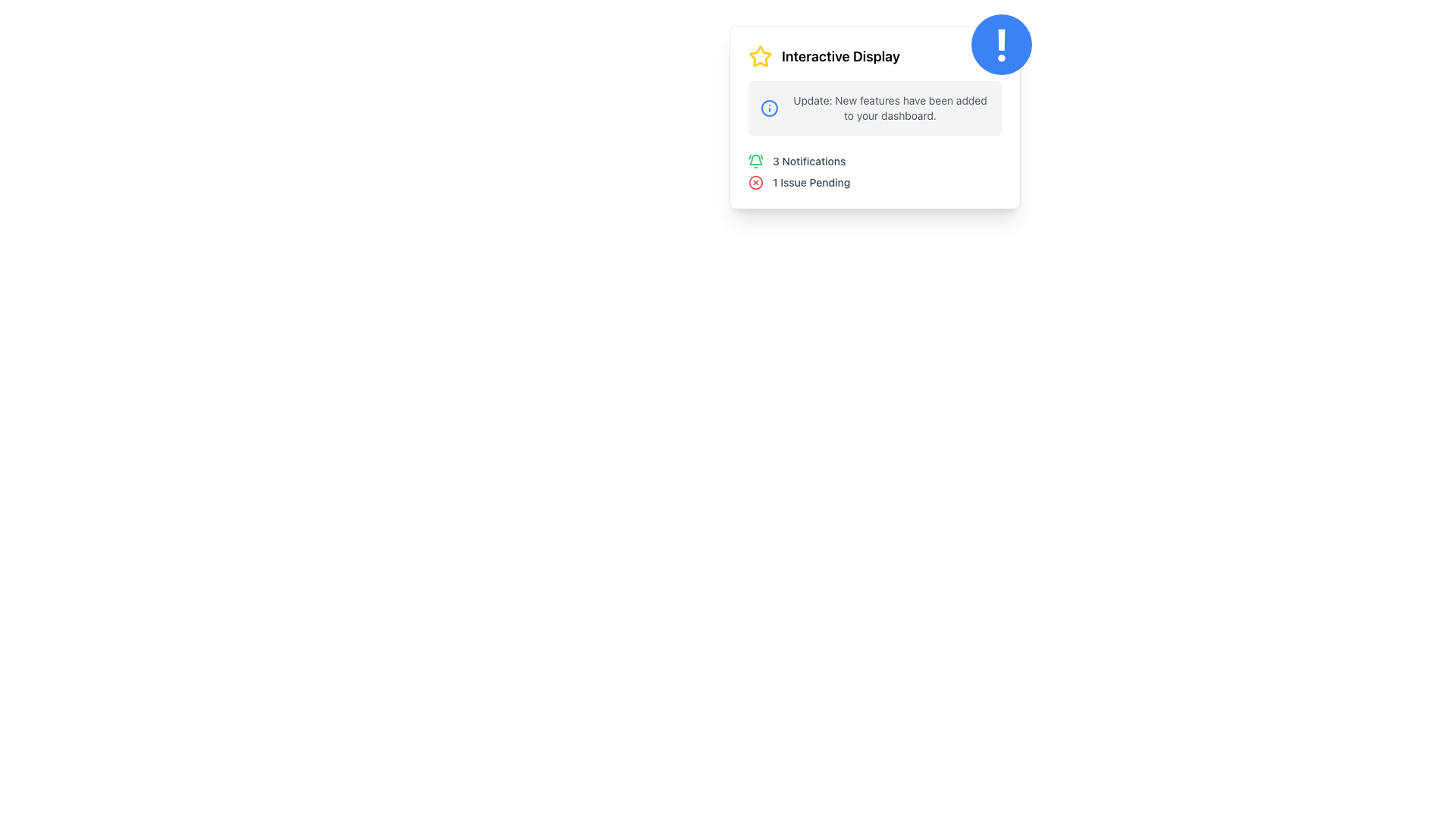  Describe the element at coordinates (769, 107) in the screenshot. I see `the circle element that visually defines the boundary of the informational icon, located at the top-right corner of the card component` at that location.